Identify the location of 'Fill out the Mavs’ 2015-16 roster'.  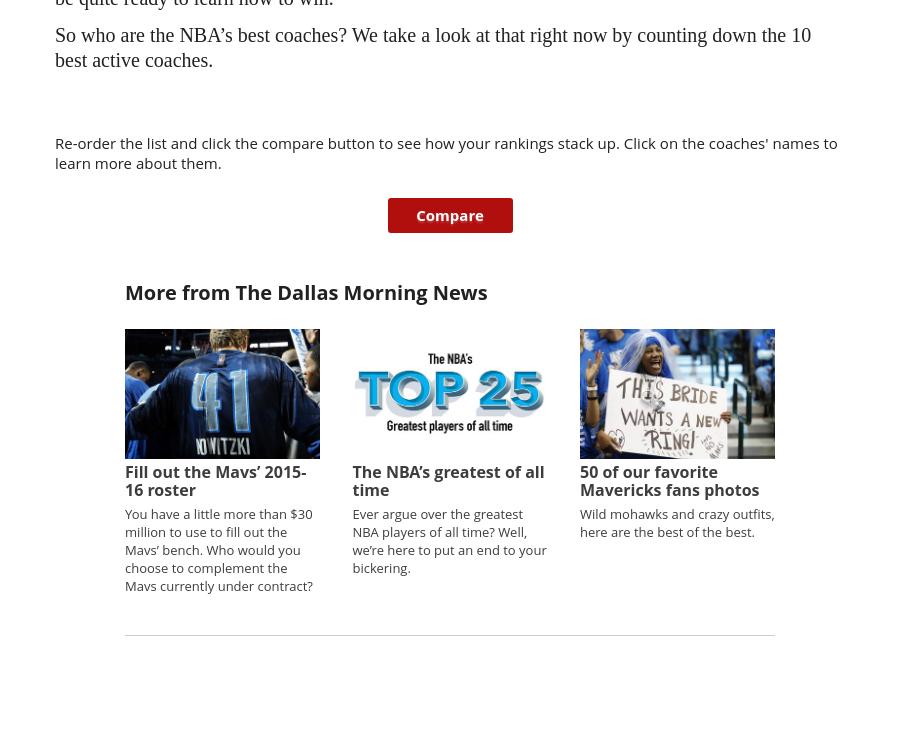
(215, 480).